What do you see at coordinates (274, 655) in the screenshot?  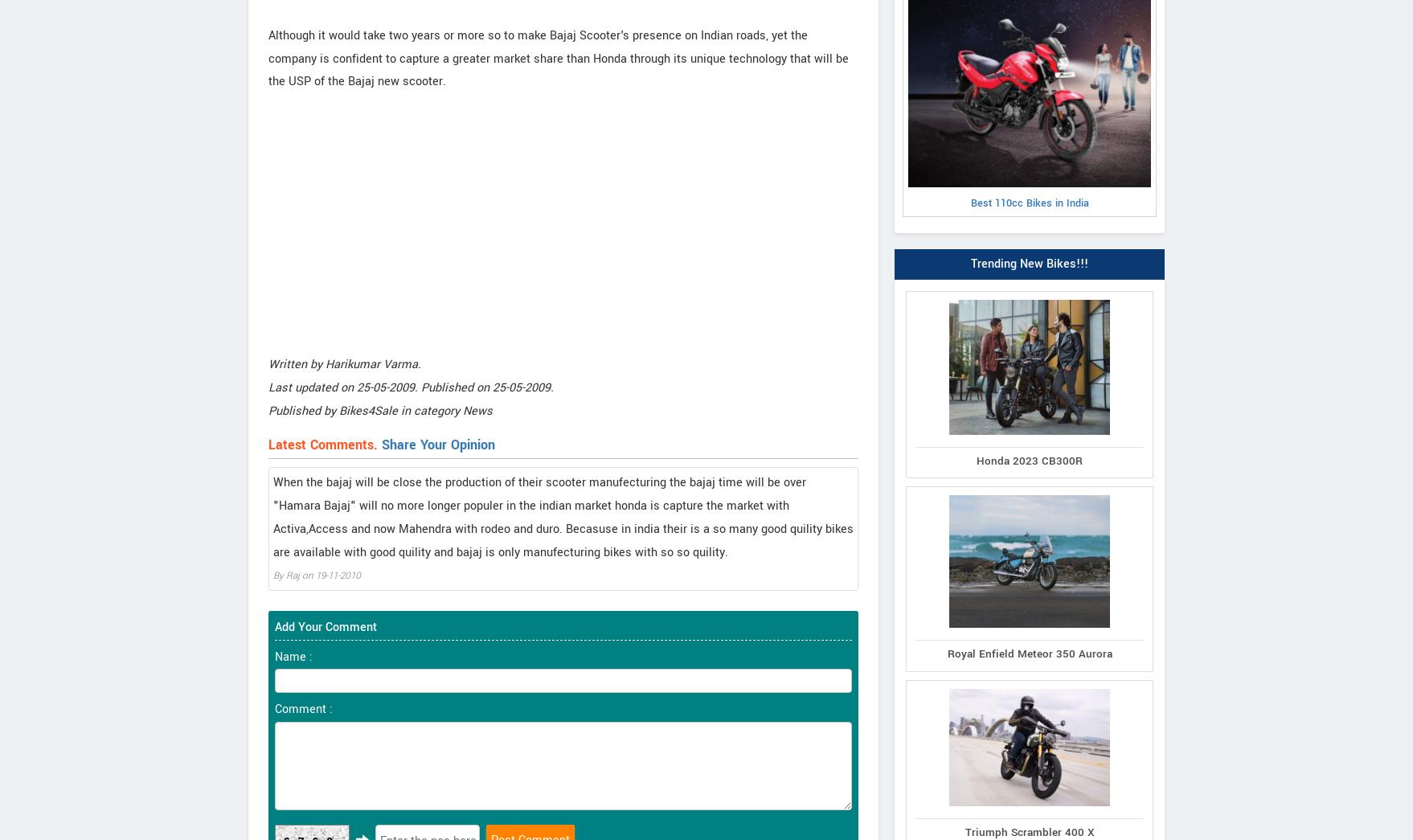 I see `'Name :'` at bounding box center [274, 655].